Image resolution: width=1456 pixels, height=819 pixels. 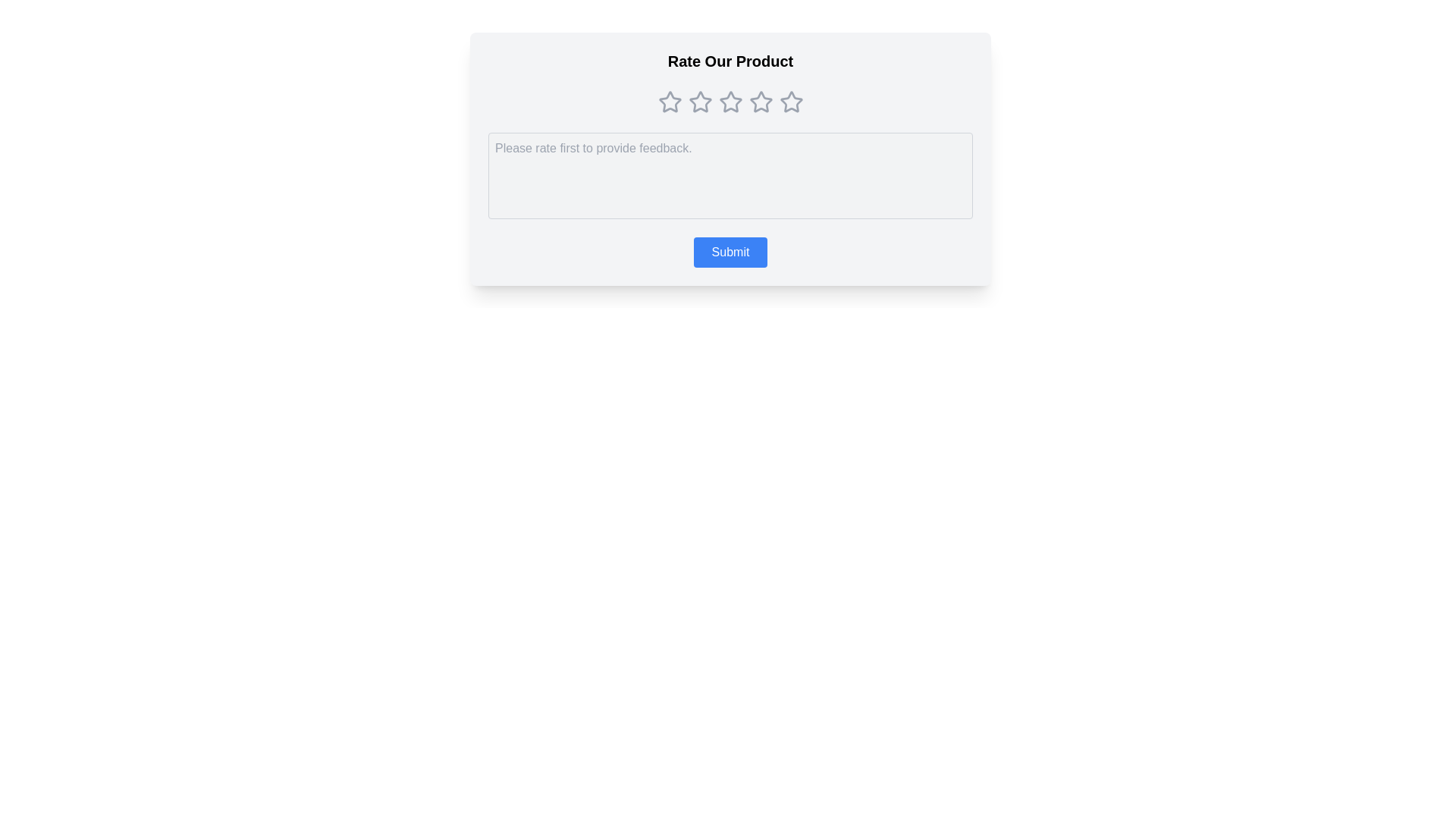 I want to click on the third star in a set of five rating stars, which is characterized by a gray outline and hollow center, for enhanced interaction, so click(x=730, y=102).